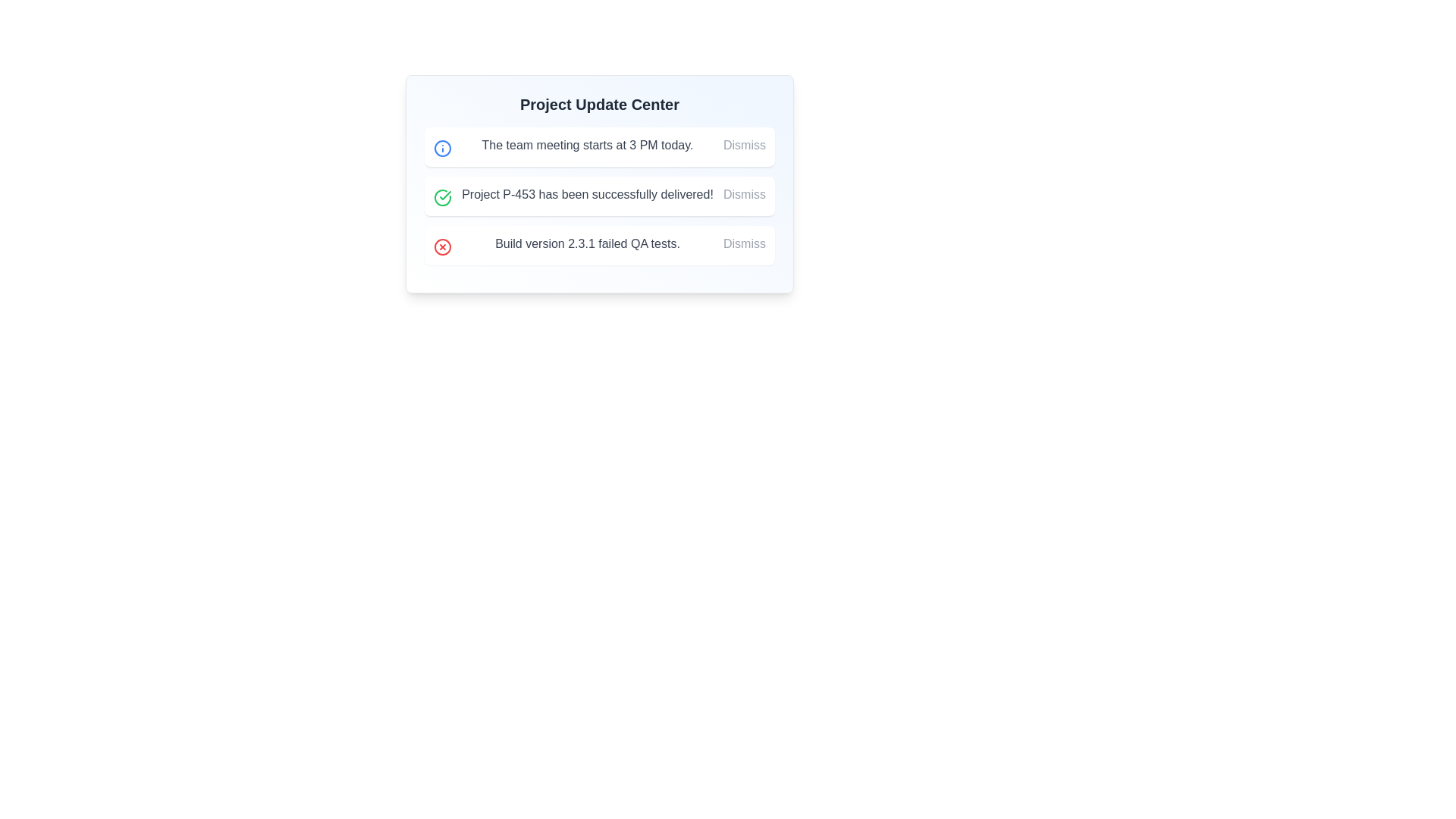 The height and width of the screenshot is (819, 1456). Describe the element at coordinates (745, 243) in the screenshot. I see `the 'Dismiss' button located at the far-right of the notification item, styled in gray font` at that location.